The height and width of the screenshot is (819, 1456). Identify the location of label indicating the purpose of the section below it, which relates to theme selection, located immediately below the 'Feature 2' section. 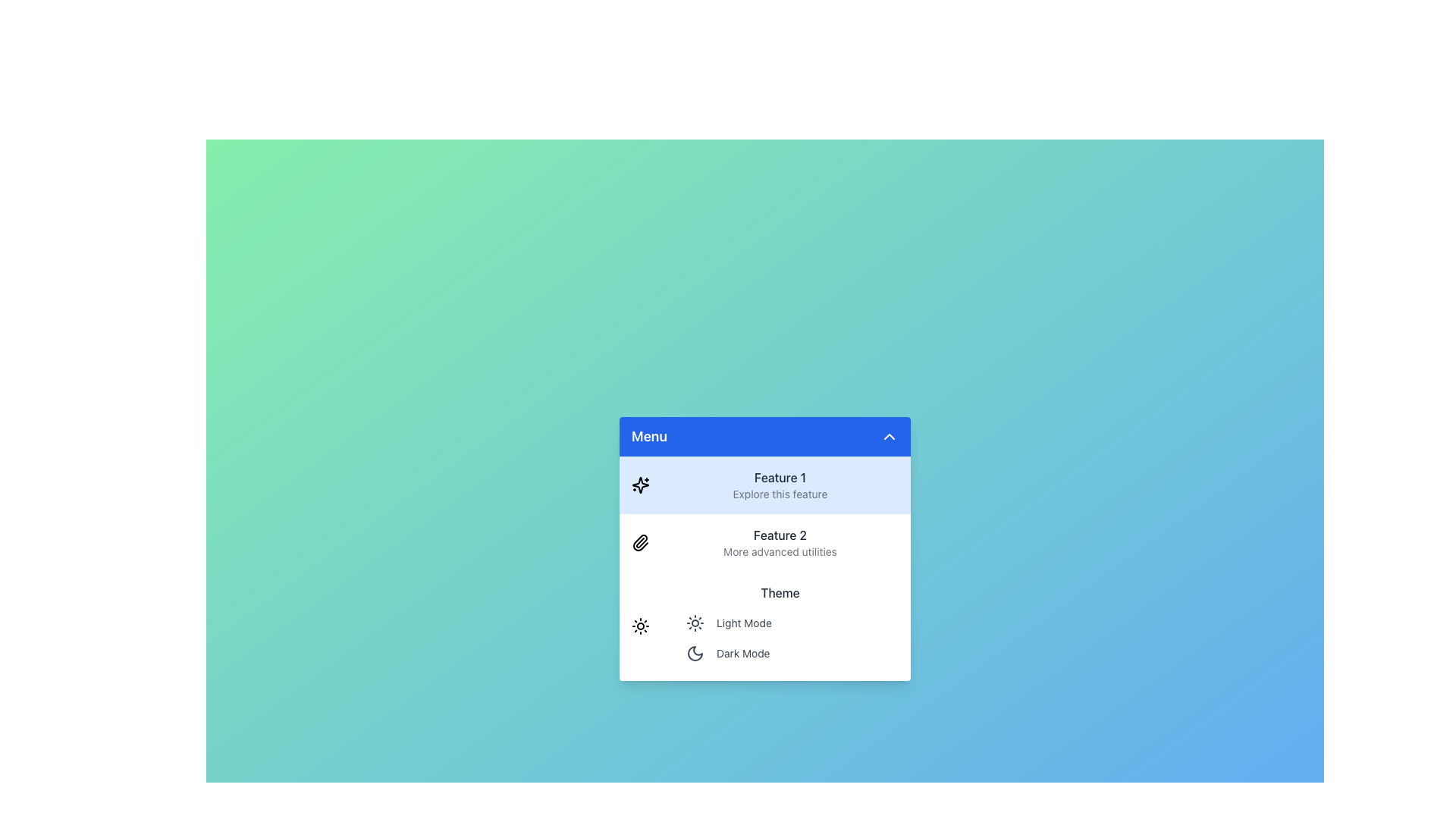
(780, 592).